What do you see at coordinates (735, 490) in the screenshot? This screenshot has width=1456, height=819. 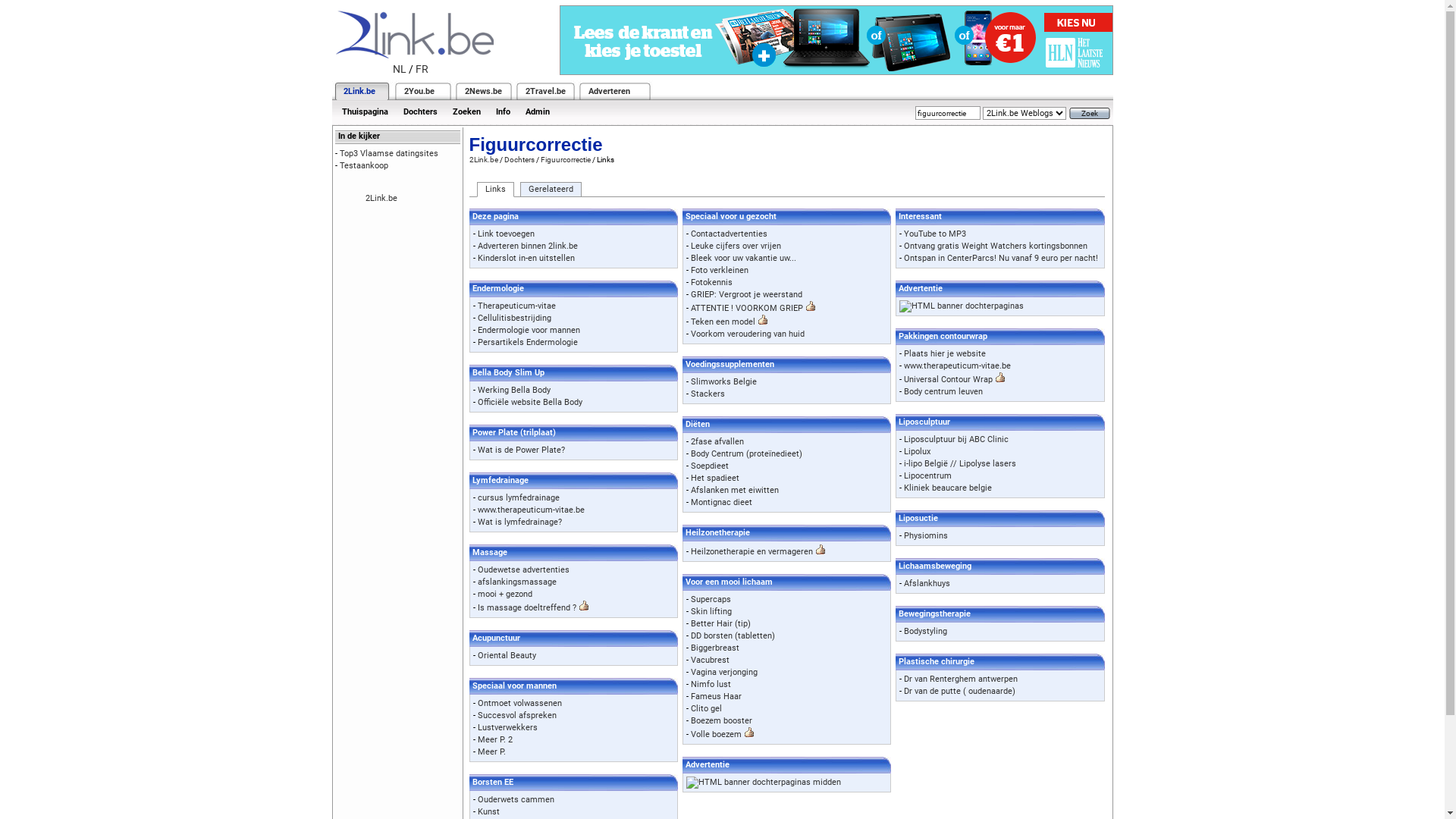 I see `'Afslanken met eiwitten'` at bounding box center [735, 490].